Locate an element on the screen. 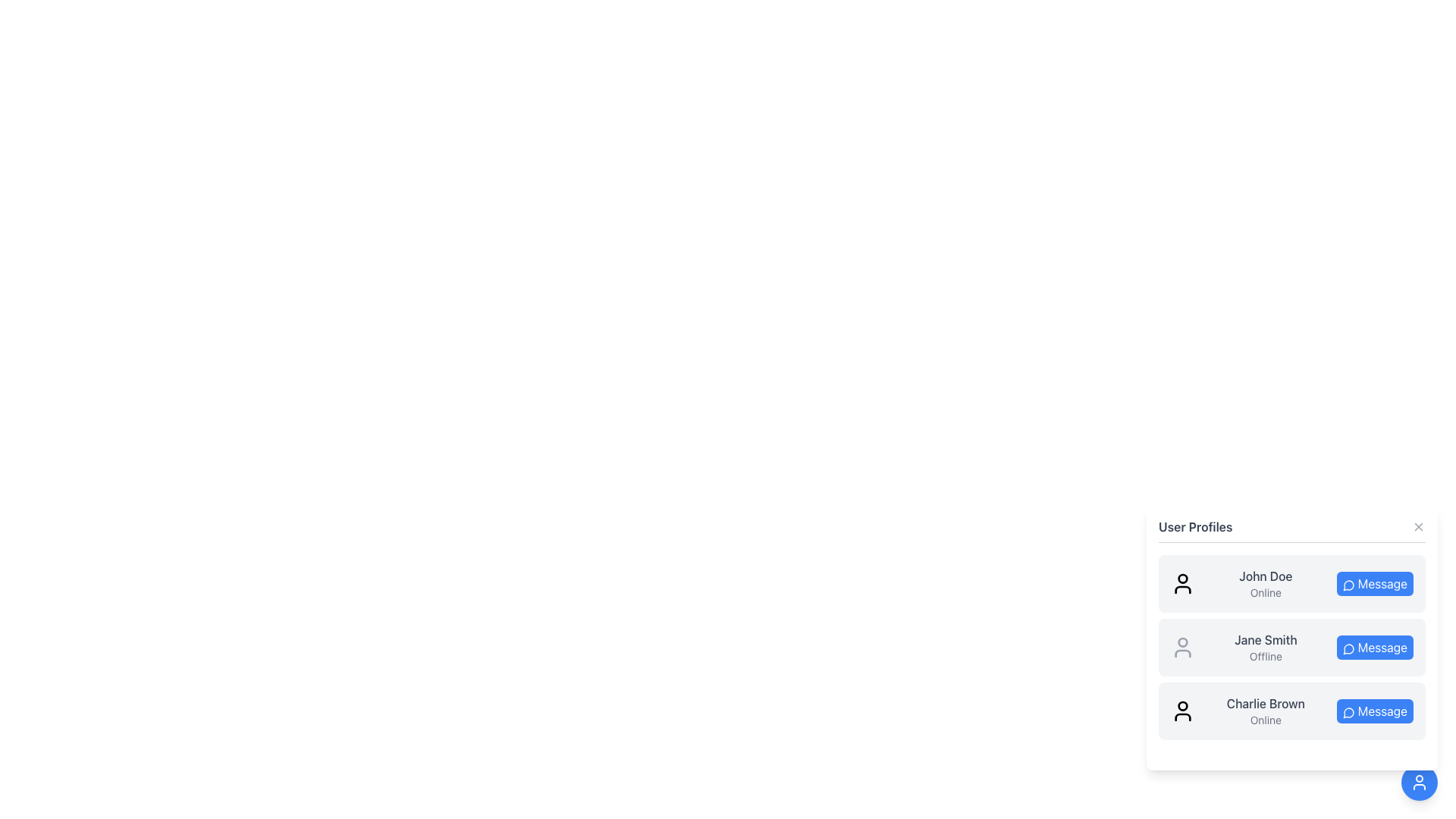  the messaging icon embedded in the first user's 'Message' button on the user profile card, located at the top right adjacent to the user's name and status is located at coordinates (1348, 585).